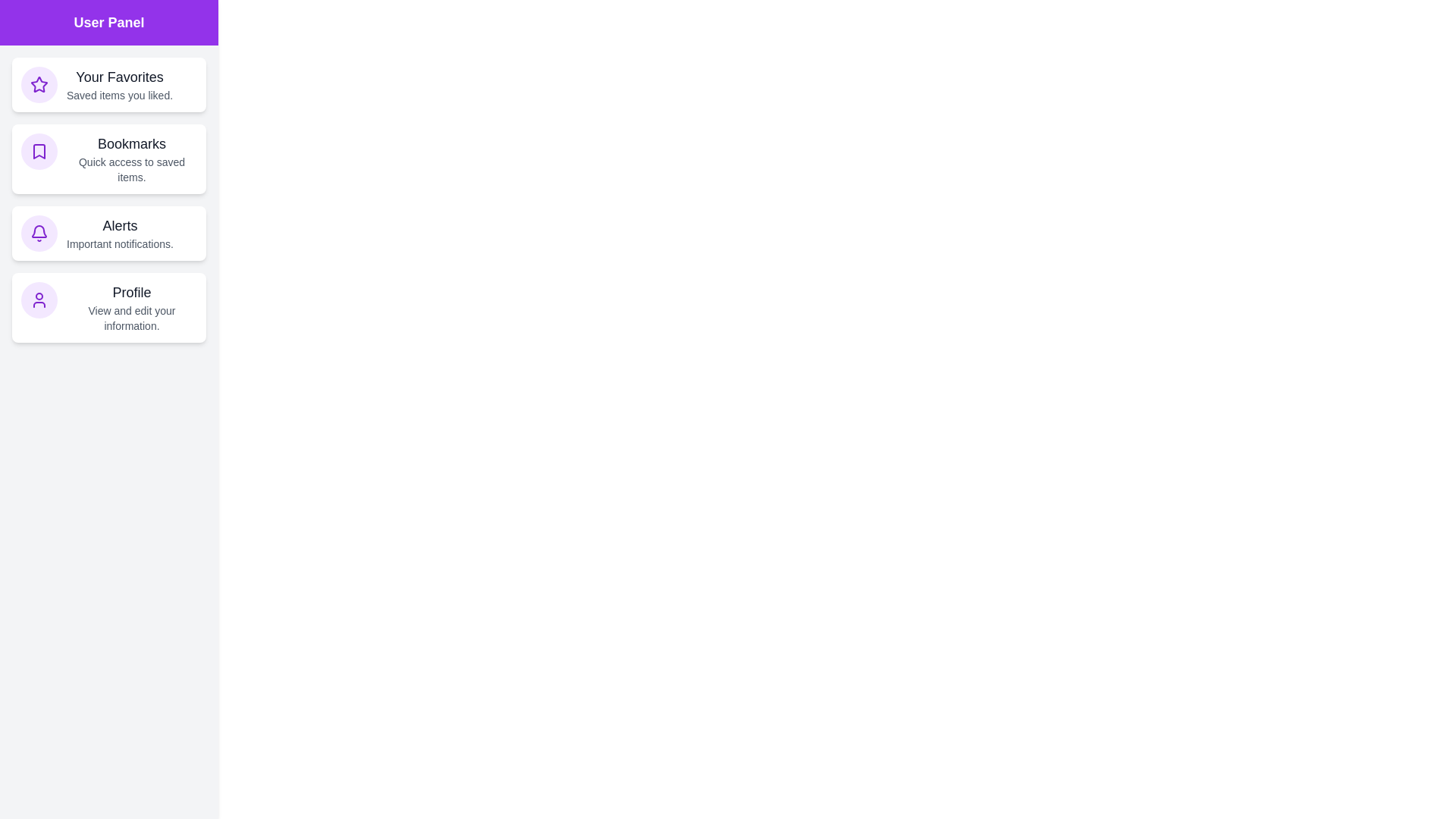 The height and width of the screenshot is (819, 1456). I want to click on the icon associated with Your Favorites, so click(39, 84).